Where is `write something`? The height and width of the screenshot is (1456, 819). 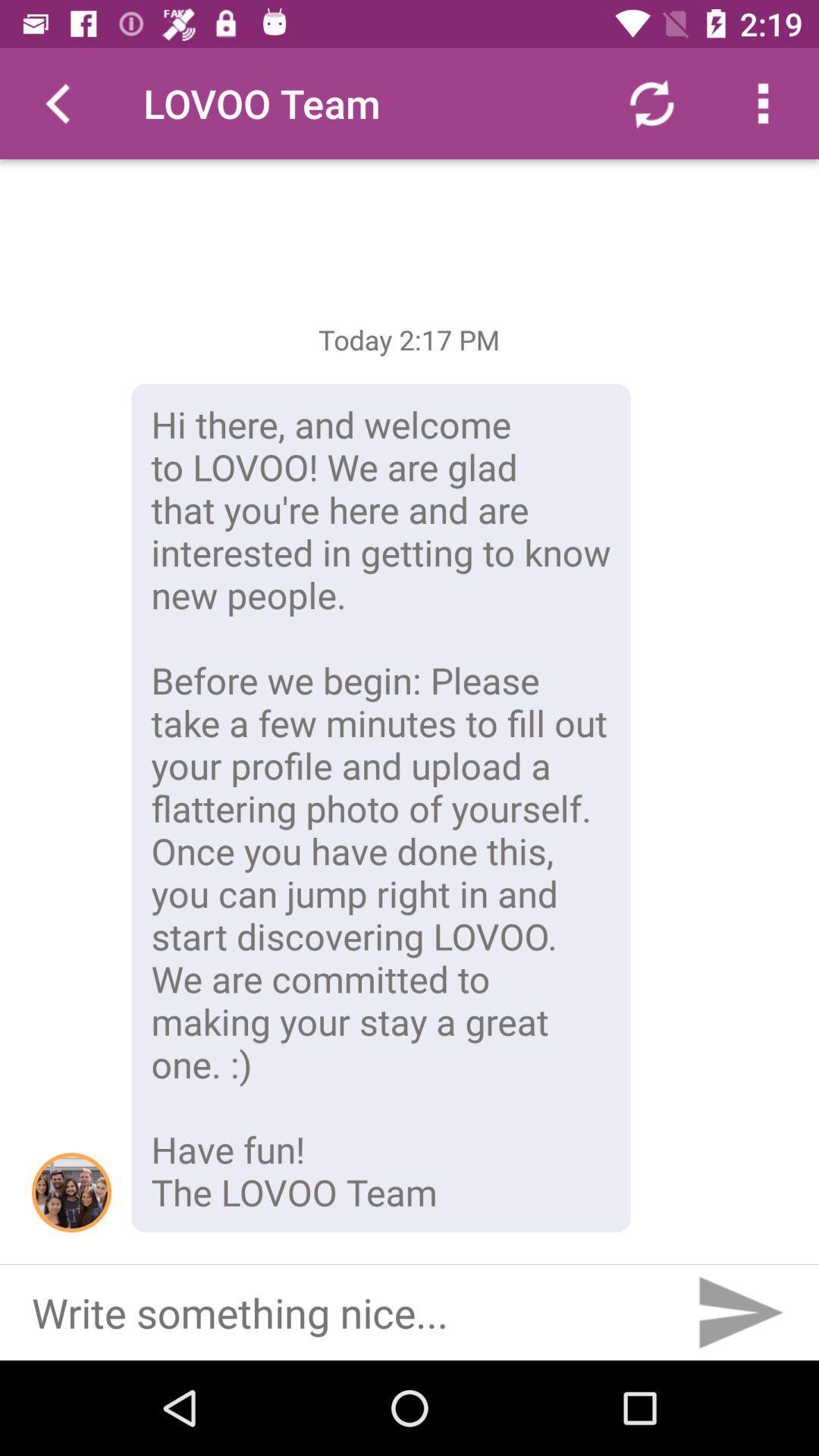
write something is located at coordinates (340, 1312).